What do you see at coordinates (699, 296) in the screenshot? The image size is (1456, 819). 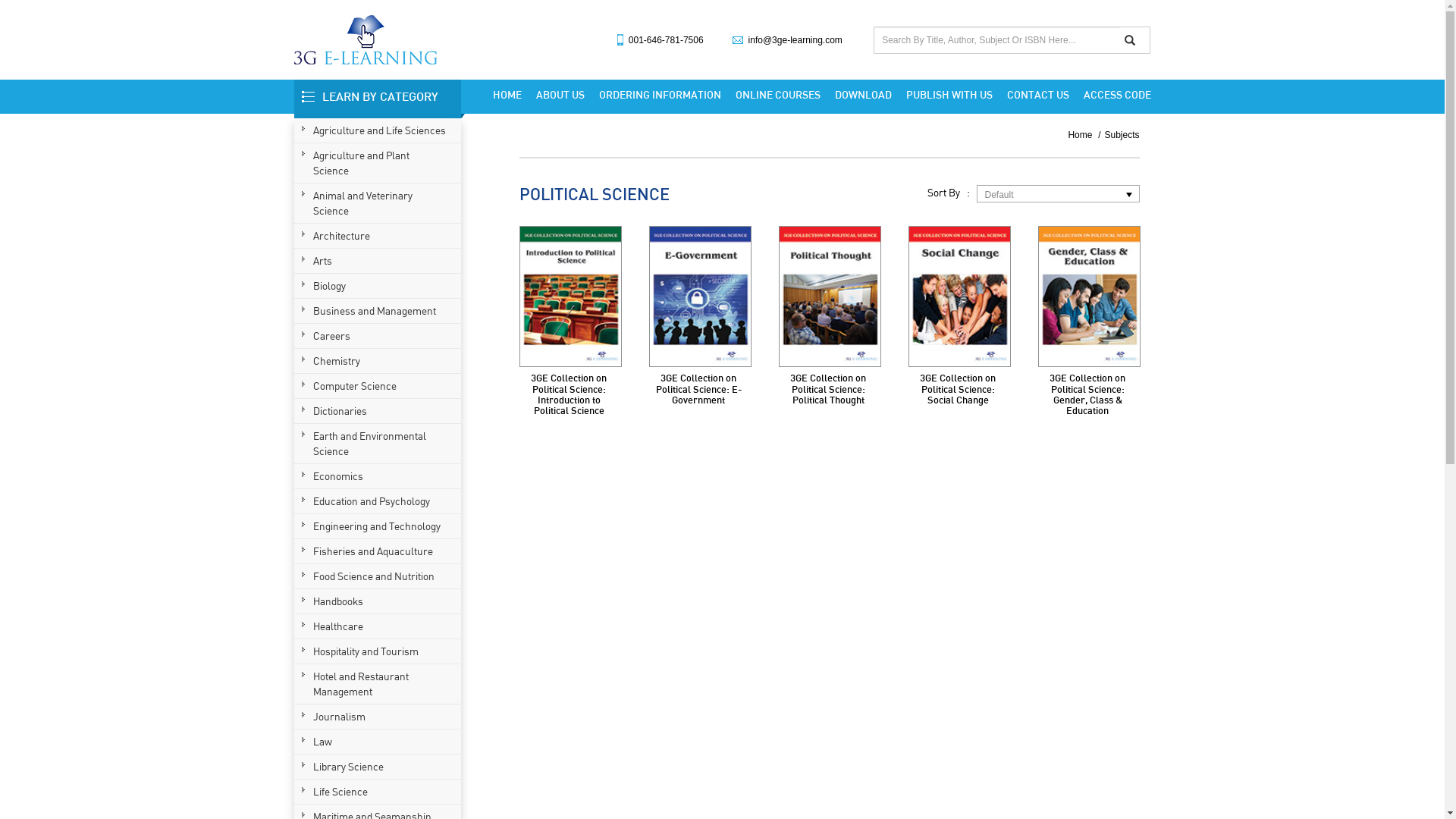 I see `'3GE Collection on Political Science: E-Government'` at bounding box center [699, 296].